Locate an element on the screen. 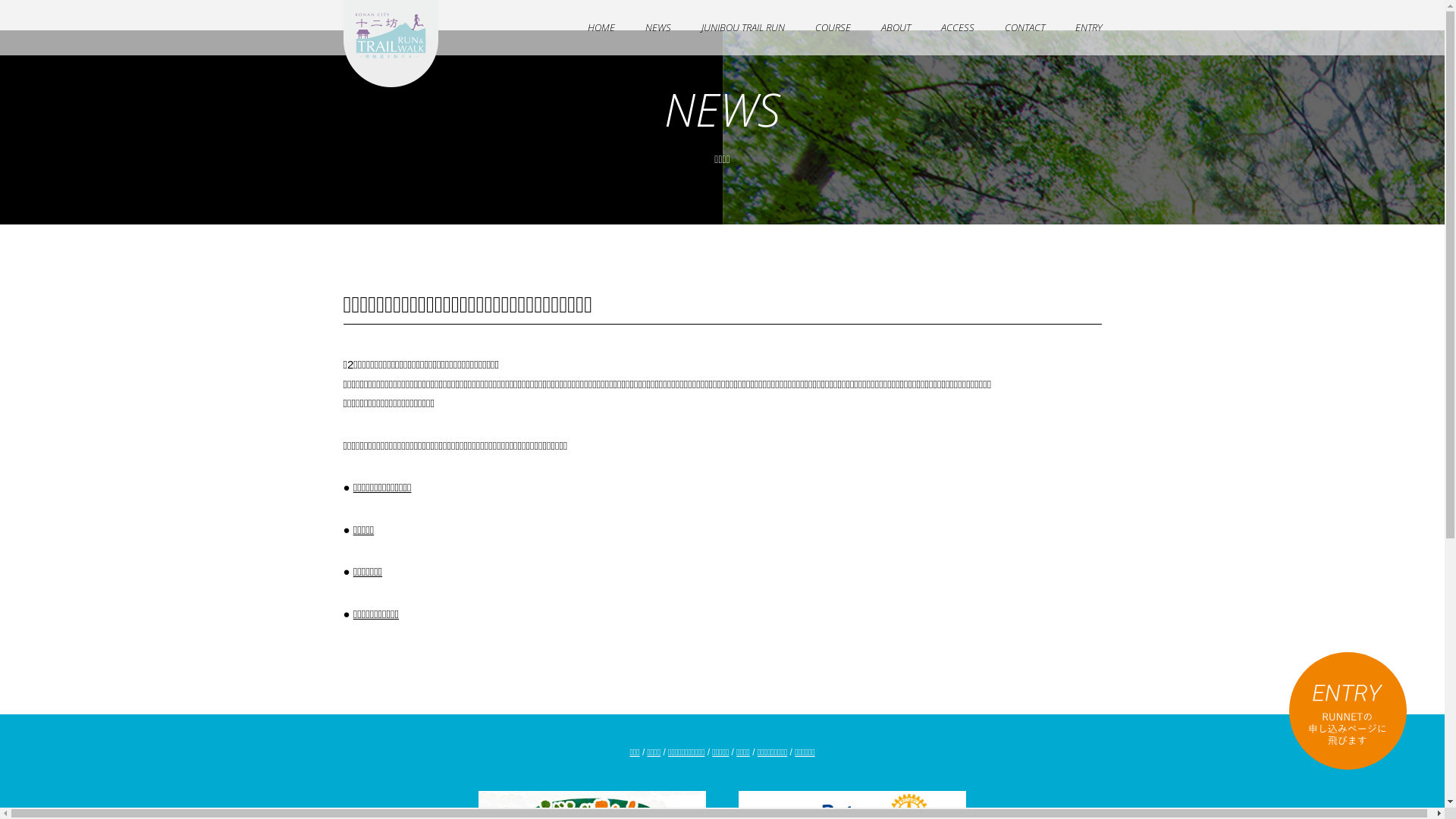 The width and height of the screenshot is (1456, 819). 'JUNIBOU TRAIL RUN' is located at coordinates (742, 27).